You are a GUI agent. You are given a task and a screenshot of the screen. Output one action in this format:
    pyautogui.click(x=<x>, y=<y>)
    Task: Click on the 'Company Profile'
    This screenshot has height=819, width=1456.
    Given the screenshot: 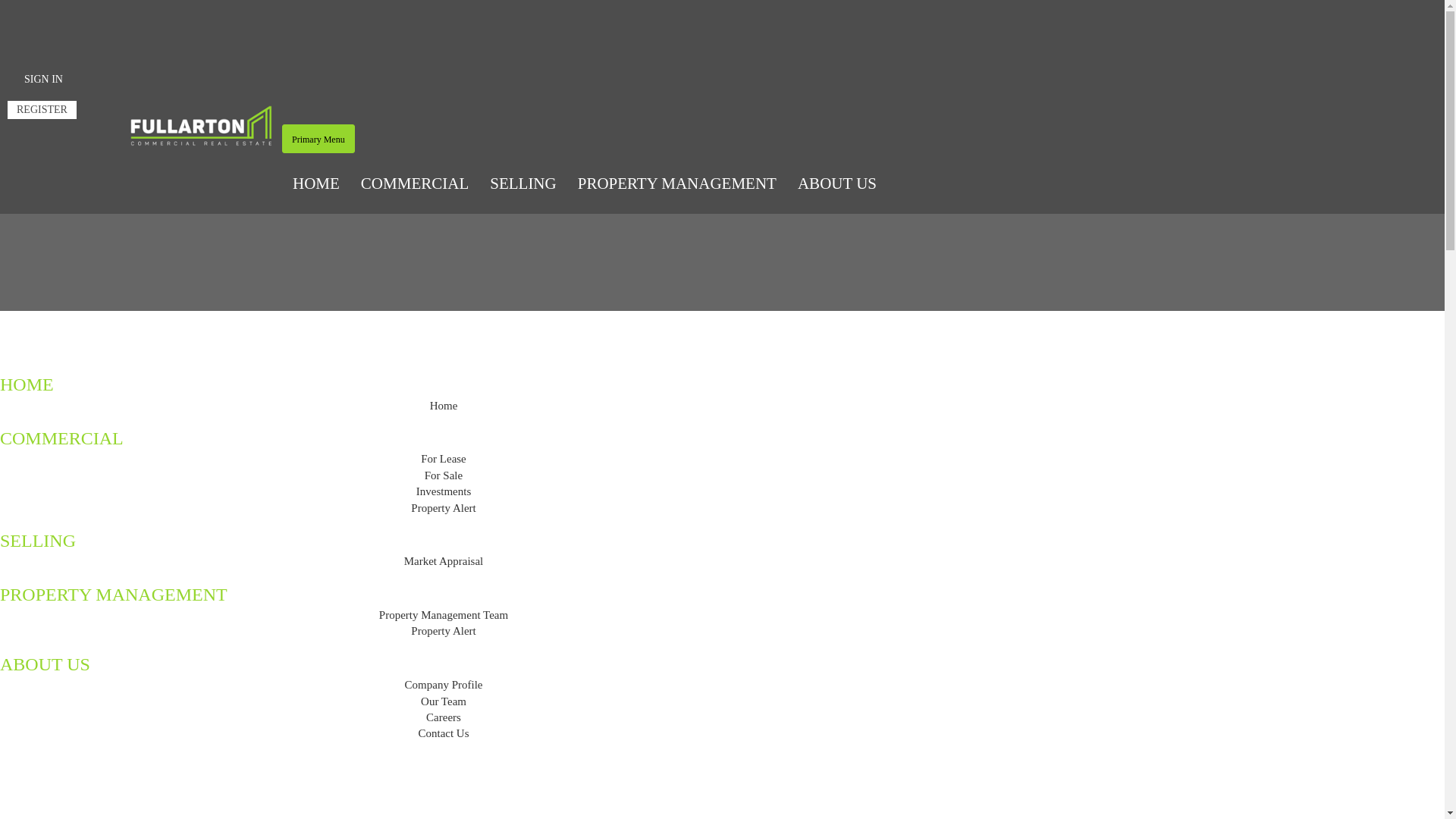 What is the action you would take?
    pyautogui.click(x=443, y=684)
    